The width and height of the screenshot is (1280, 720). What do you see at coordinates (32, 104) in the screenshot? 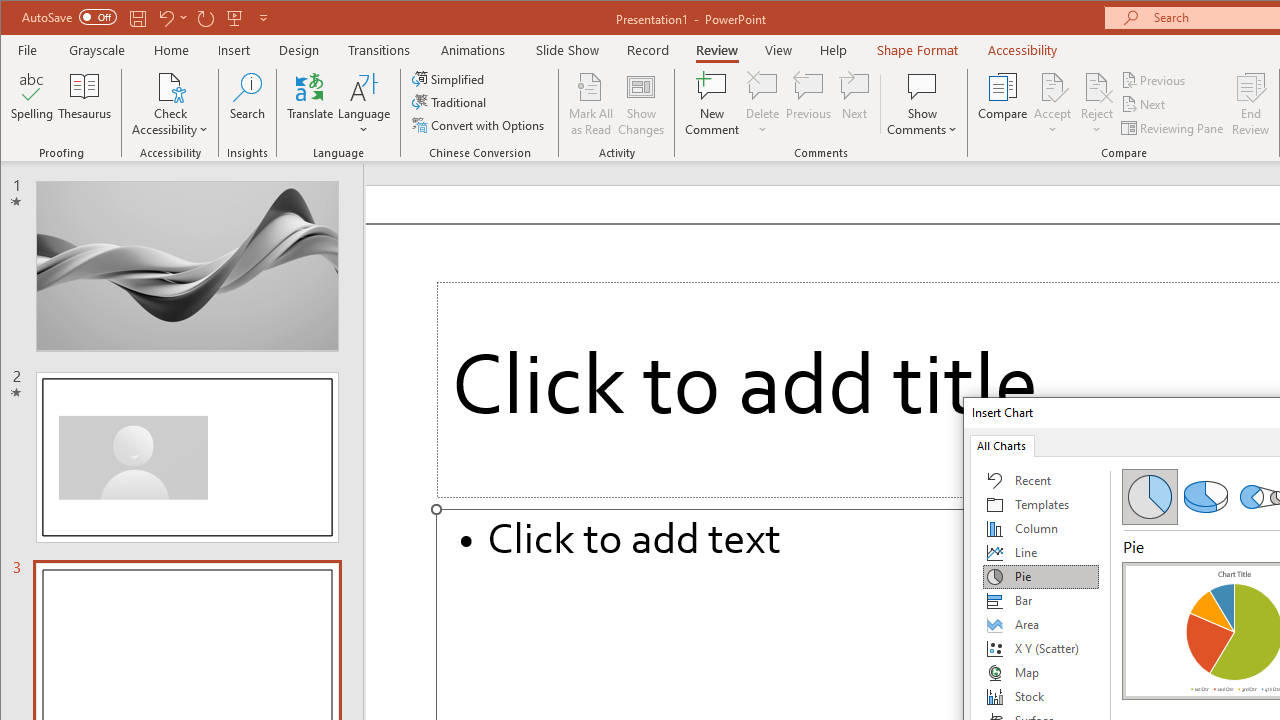
I see `'Spelling...'` at bounding box center [32, 104].